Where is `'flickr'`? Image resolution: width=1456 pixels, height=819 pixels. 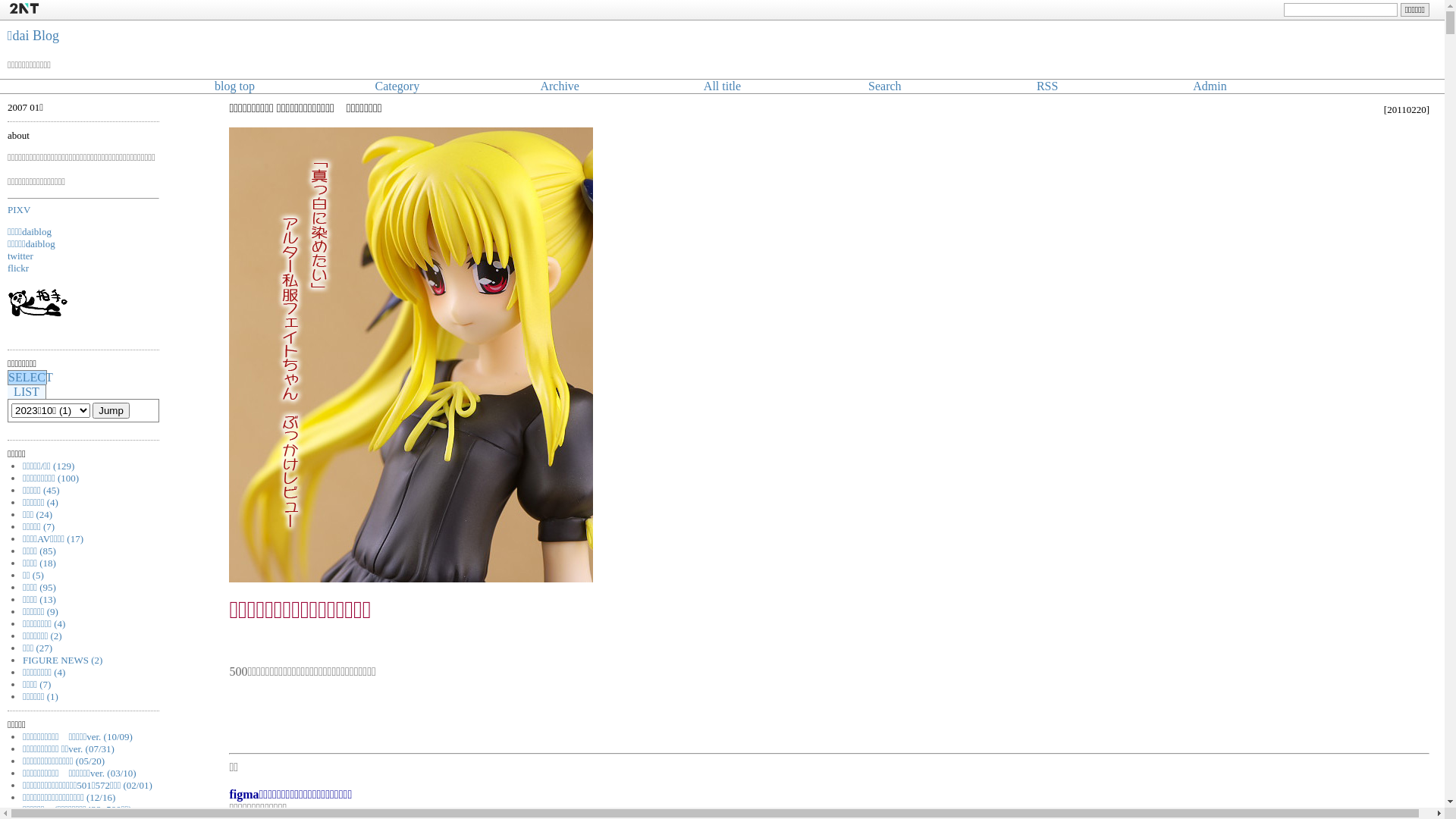
'flickr' is located at coordinates (18, 267).